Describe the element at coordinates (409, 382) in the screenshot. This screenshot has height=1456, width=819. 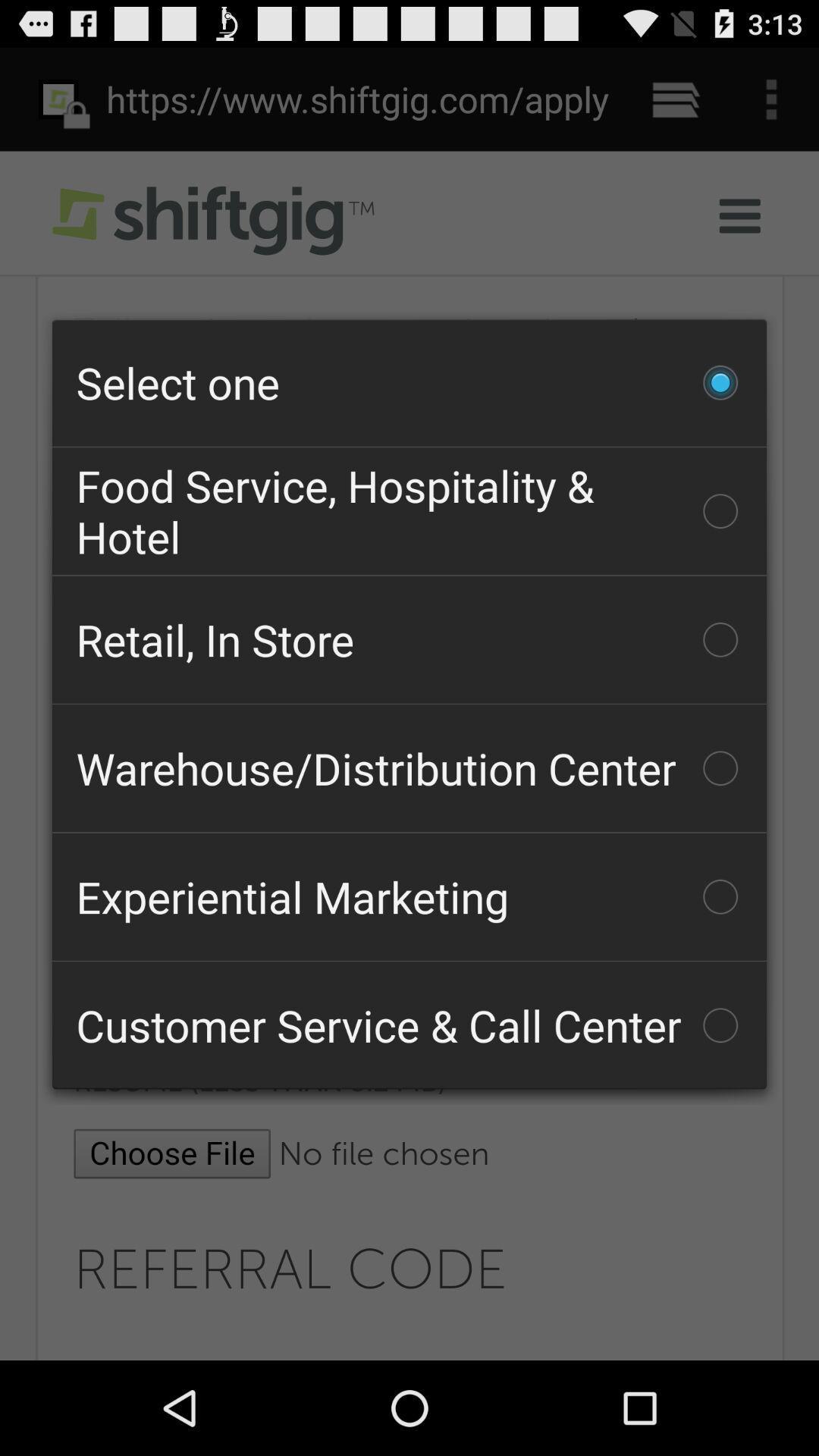
I see `the checkbox above the food service hospitality checkbox` at that location.